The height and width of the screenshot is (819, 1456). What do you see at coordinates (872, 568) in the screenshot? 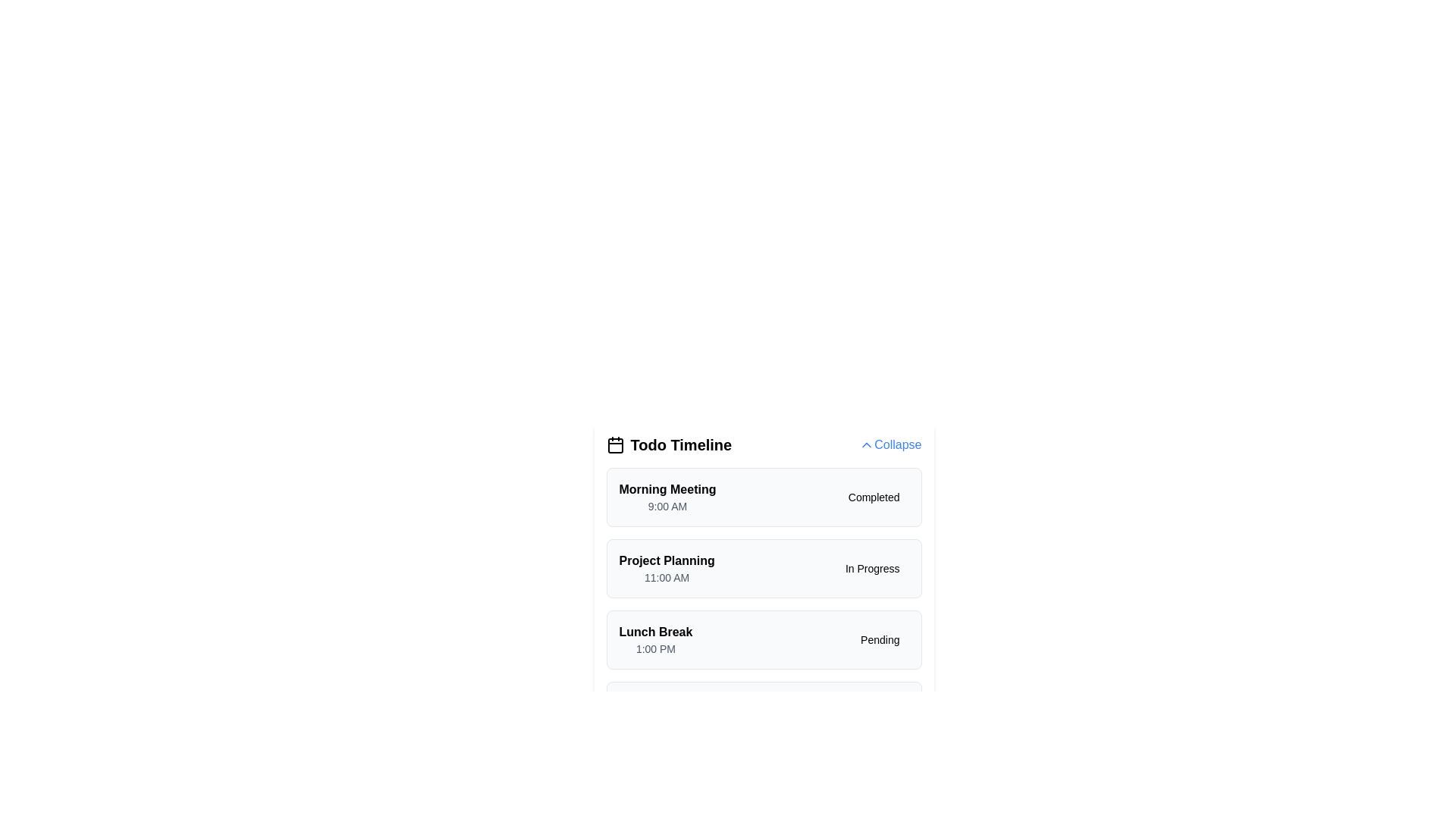
I see `the Status badge, which displays 'In Progress' in bold text on a light yellow background, indicating the current status of the Project Planning task` at bounding box center [872, 568].